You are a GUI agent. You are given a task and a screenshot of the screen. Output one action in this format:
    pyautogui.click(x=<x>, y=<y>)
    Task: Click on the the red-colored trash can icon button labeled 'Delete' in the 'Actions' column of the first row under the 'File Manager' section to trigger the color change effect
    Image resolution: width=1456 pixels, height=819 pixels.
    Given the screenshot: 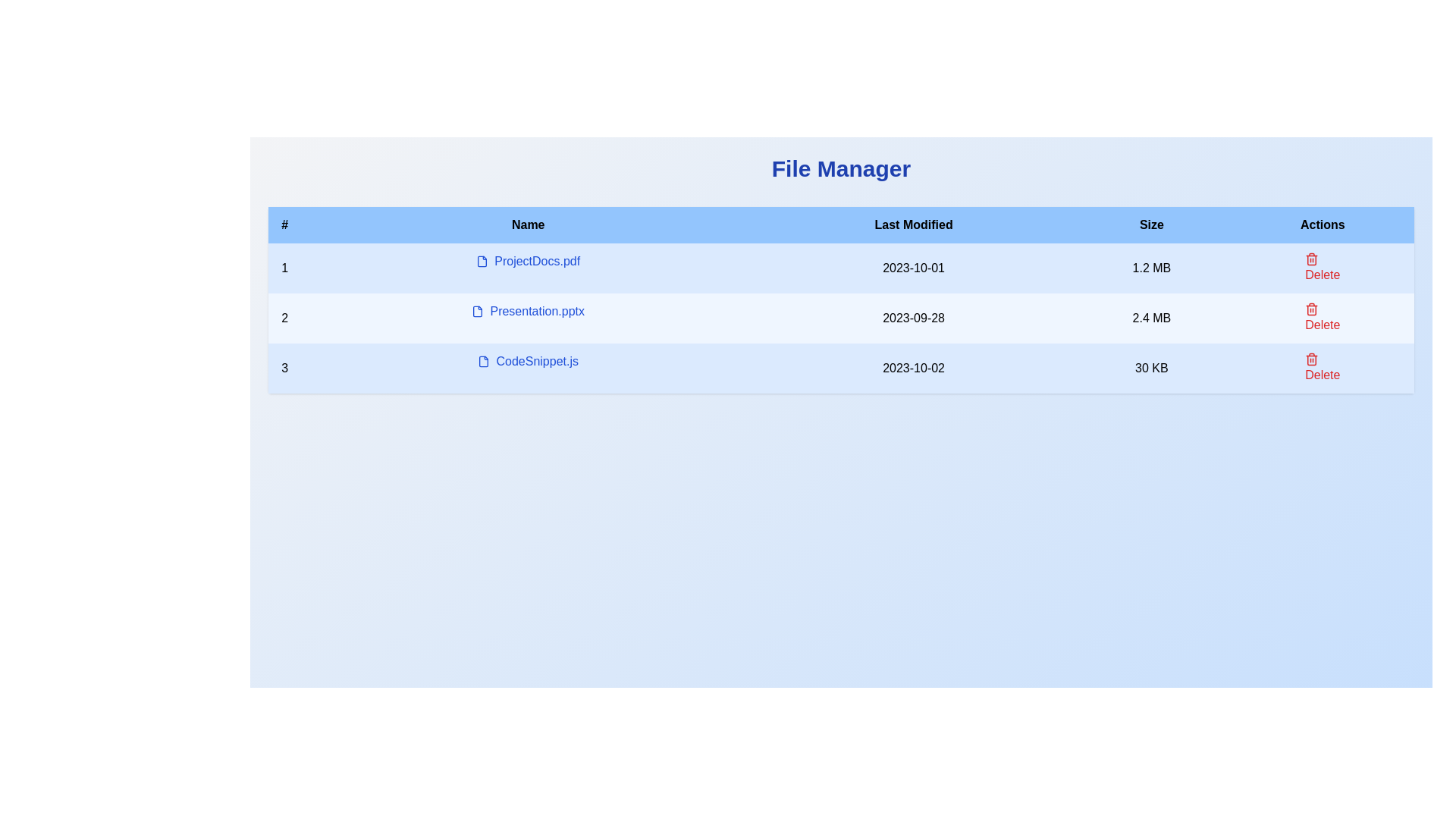 What is the action you would take?
    pyautogui.click(x=1322, y=268)
    